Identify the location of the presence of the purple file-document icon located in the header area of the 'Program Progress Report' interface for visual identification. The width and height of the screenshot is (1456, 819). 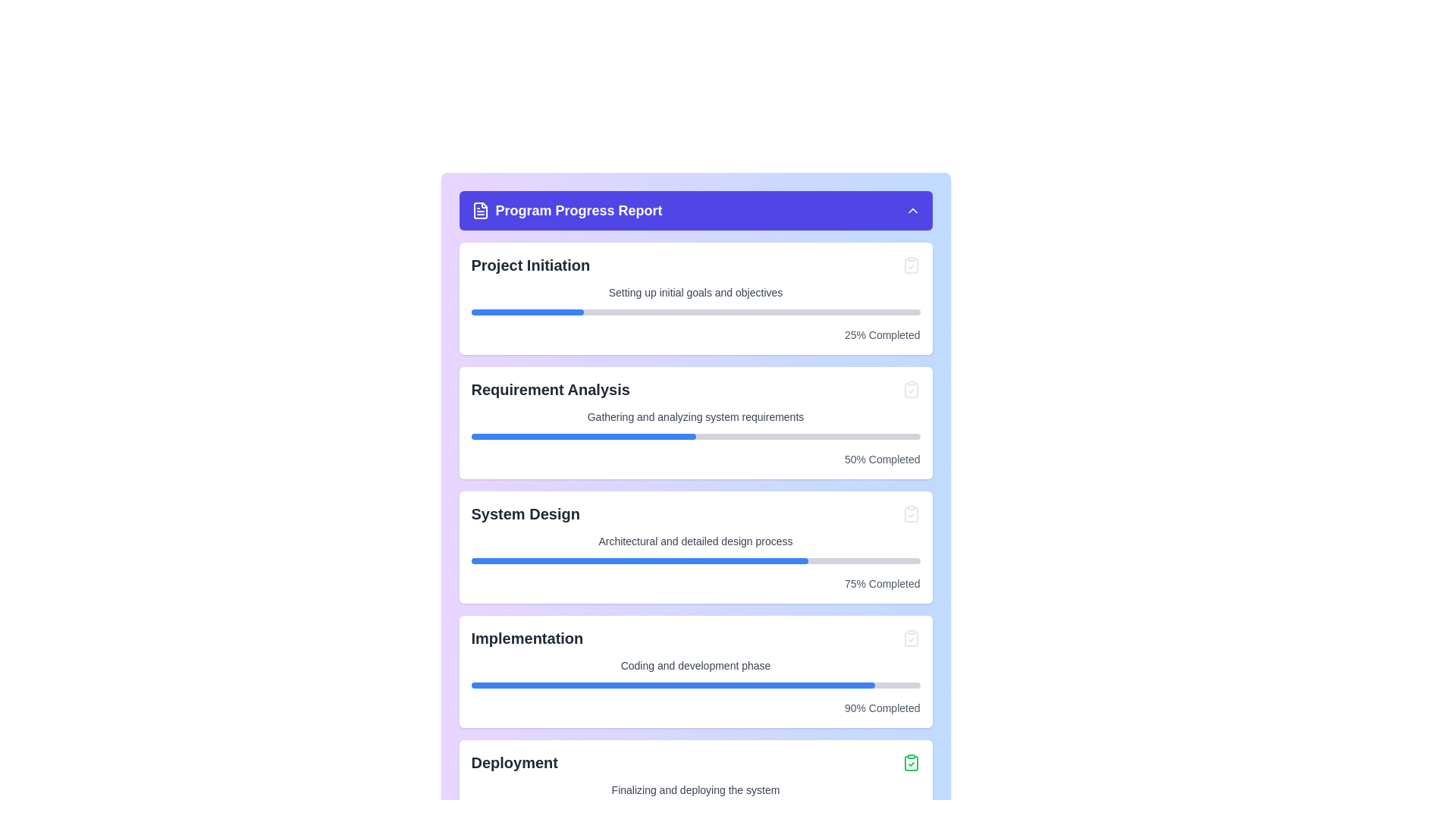
(479, 210).